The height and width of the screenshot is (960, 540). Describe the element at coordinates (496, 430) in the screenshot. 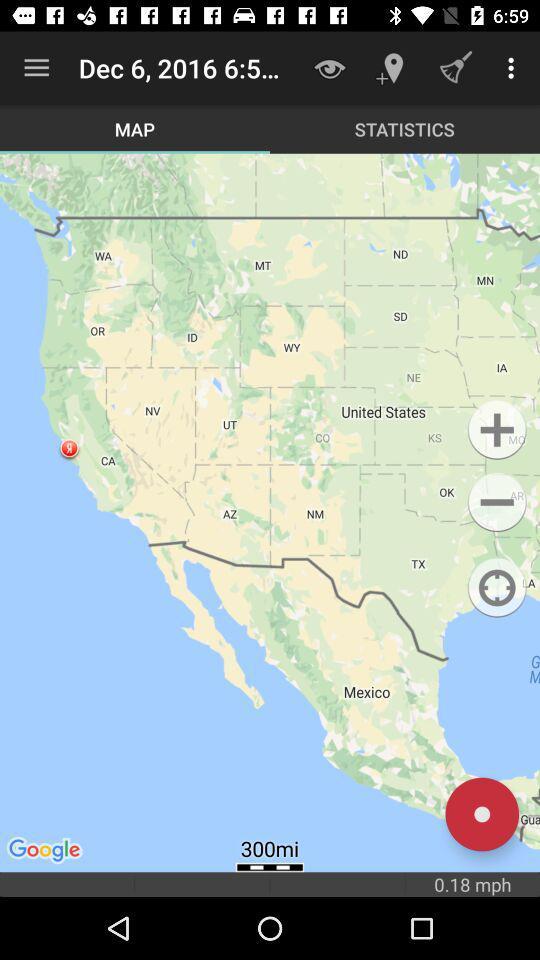

I see `the add icon` at that location.